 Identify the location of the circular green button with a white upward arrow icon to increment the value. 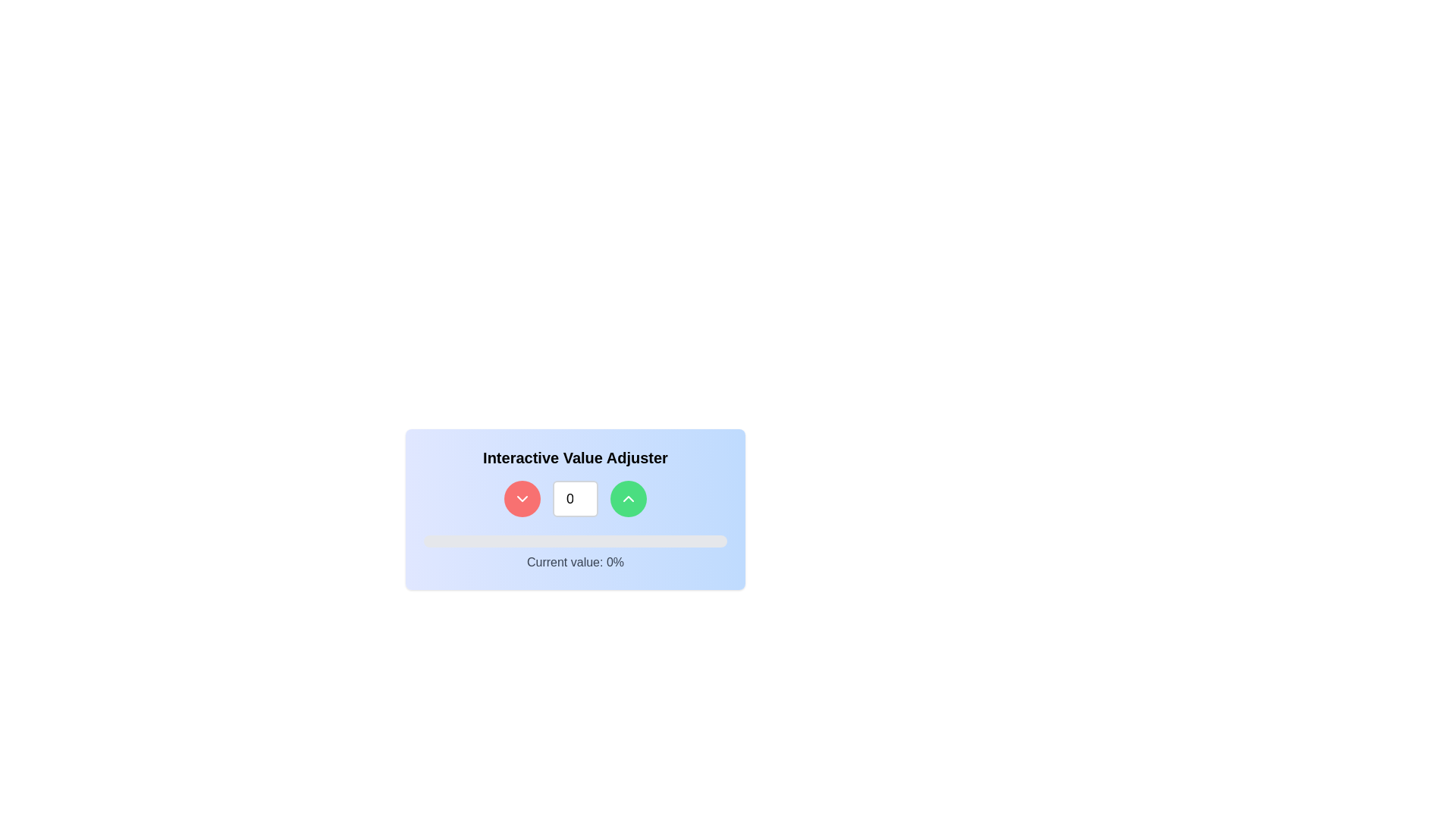
(629, 499).